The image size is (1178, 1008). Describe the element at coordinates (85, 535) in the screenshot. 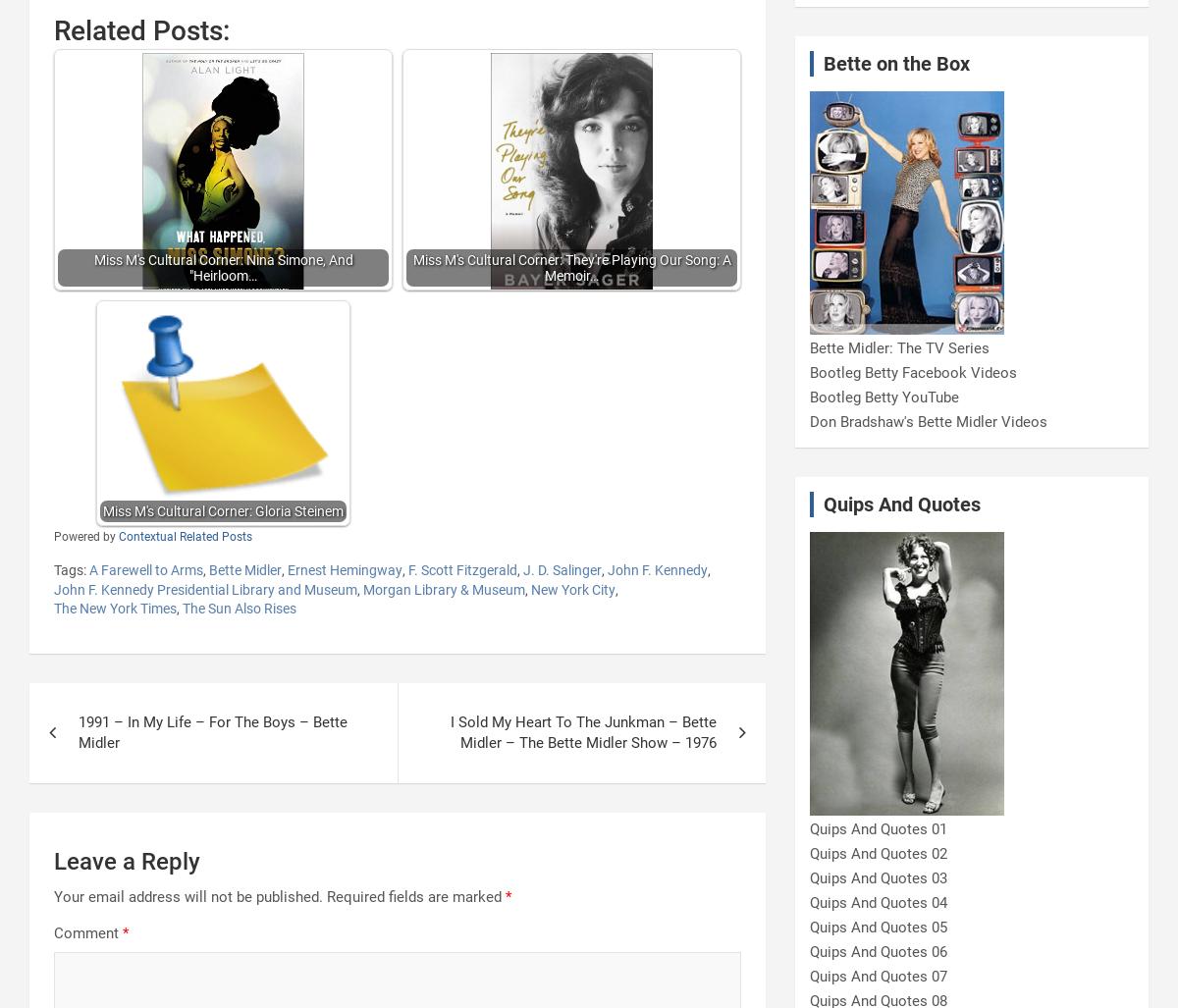

I see `'Powered by'` at that location.